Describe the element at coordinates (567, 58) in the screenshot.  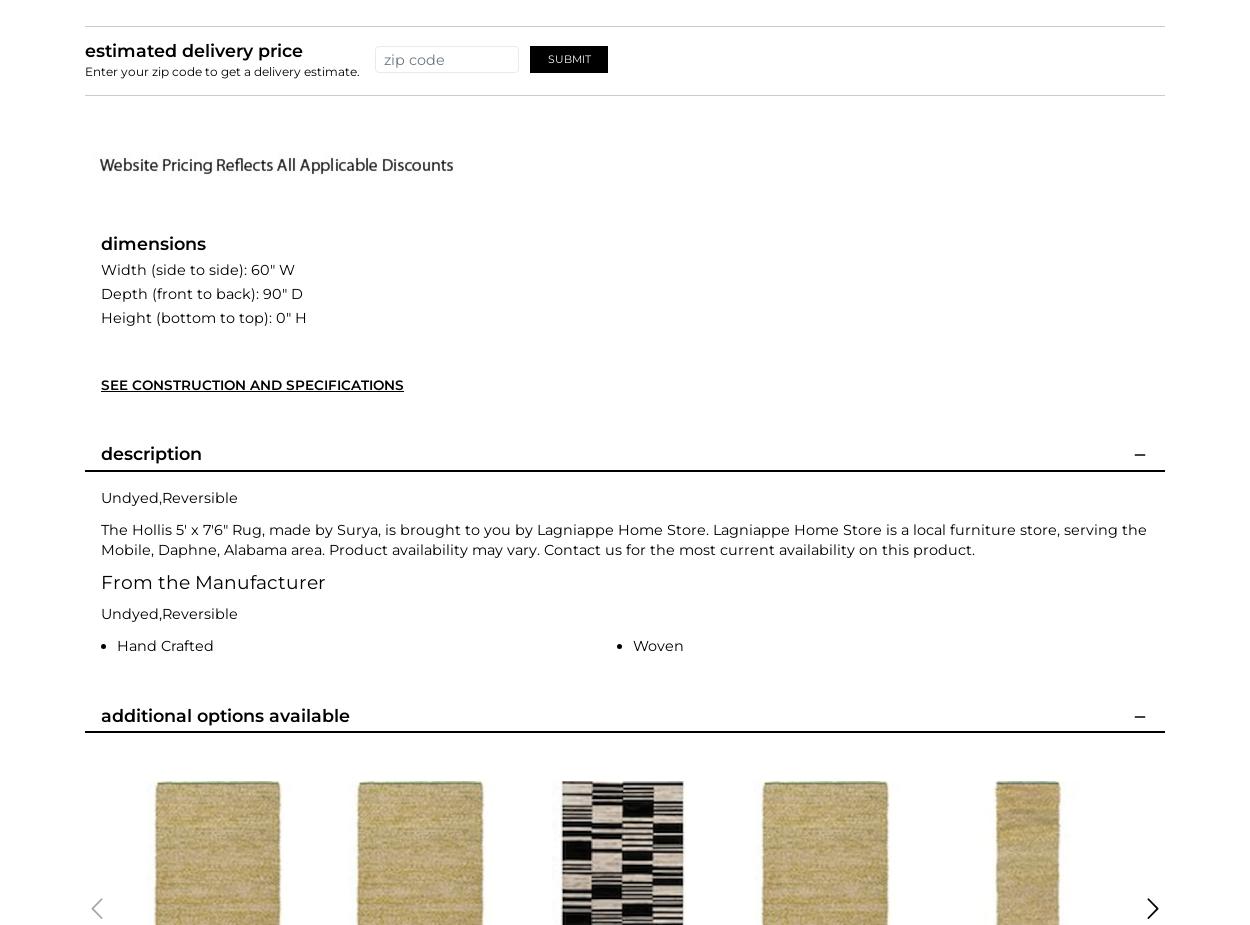
I see `'Submit'` at that location.